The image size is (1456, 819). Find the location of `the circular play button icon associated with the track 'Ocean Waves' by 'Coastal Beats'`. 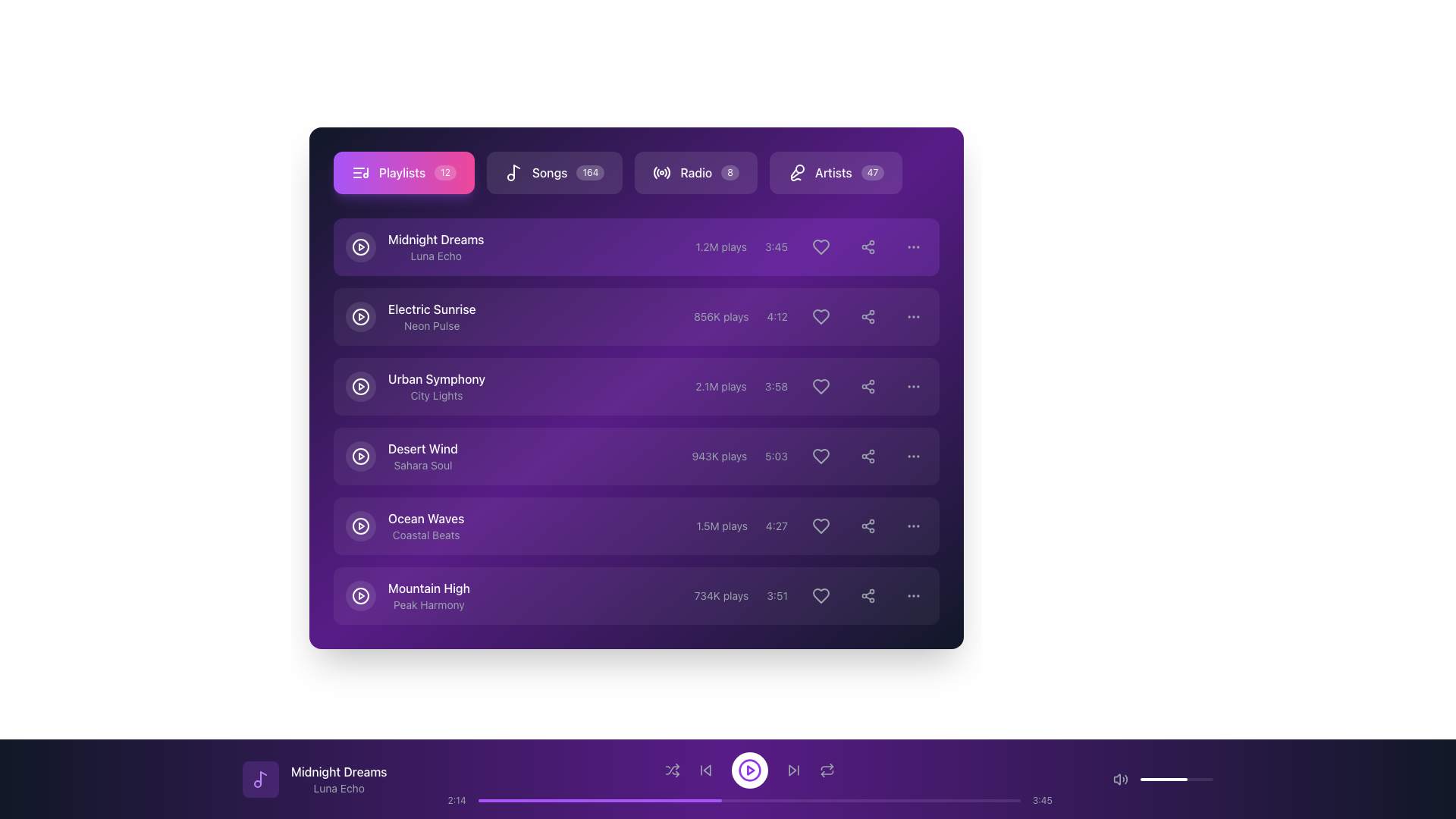

the circular play button icon associated with the track 'Ocean Waves' by 'Coastal Beats' is located at coordinates (359, 526).